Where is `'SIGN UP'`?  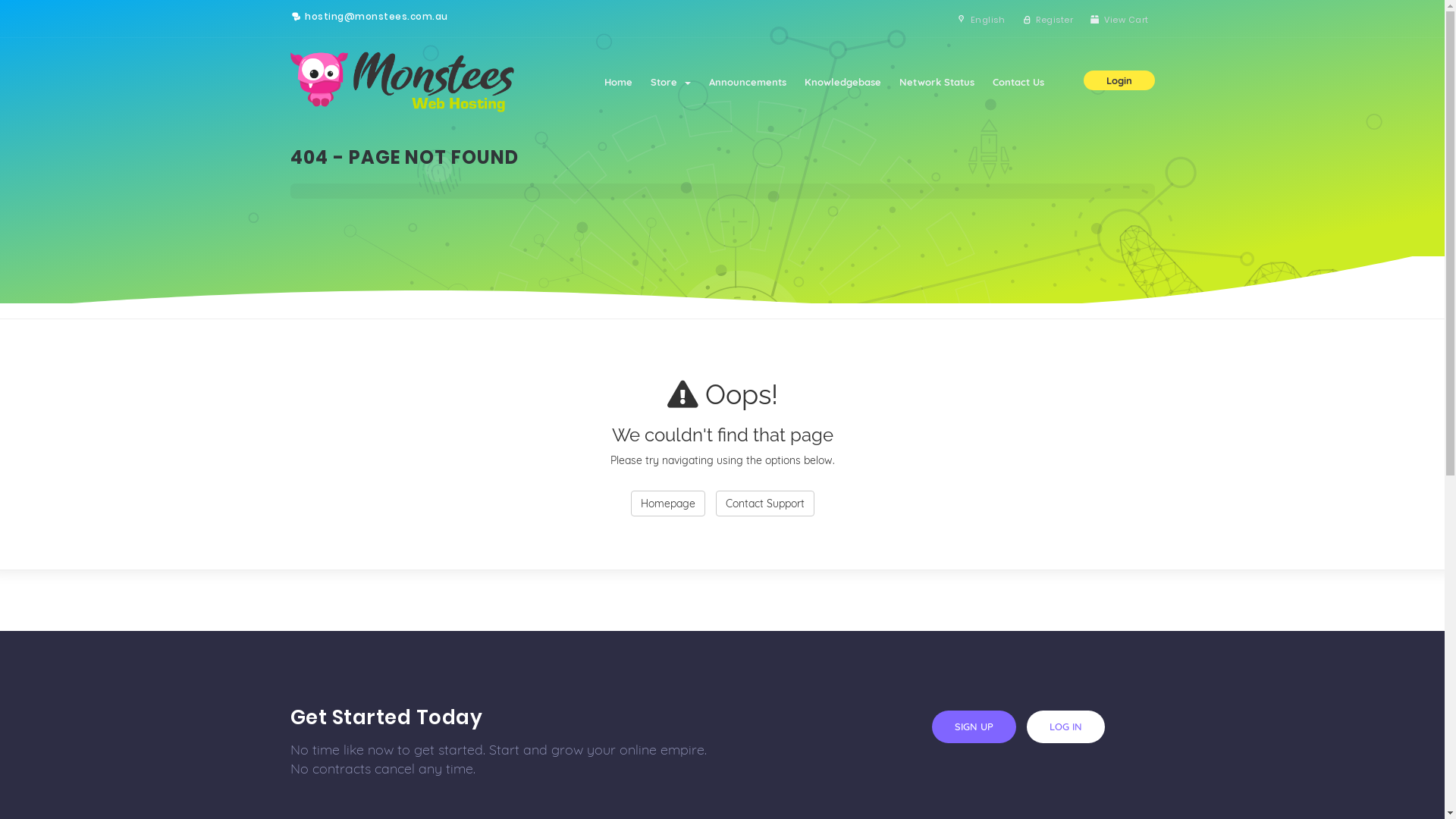
'SIGN UP' is located at coordinates (973, 726).